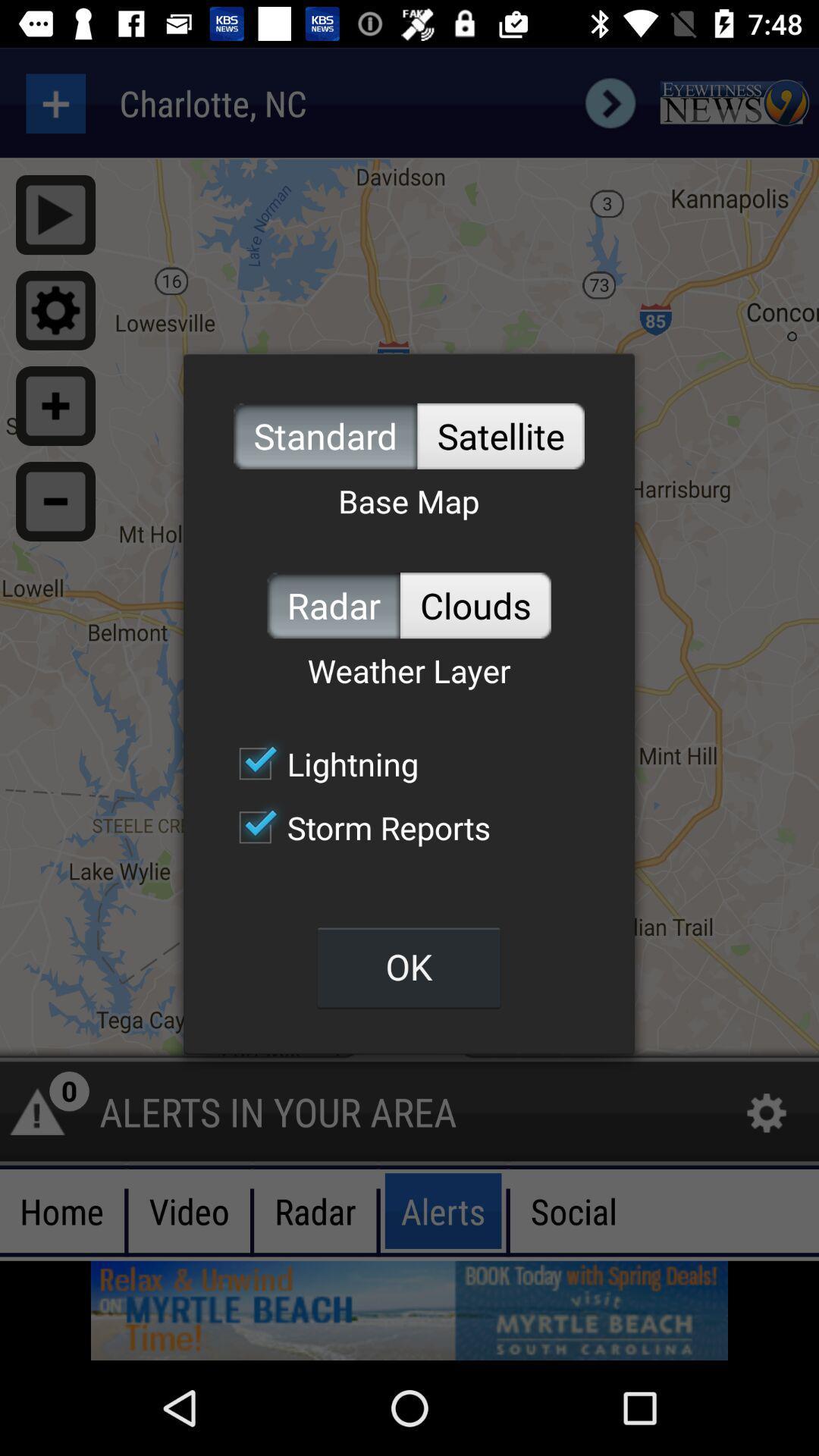 The image size is (819, 1456). I want to click on item below the base map item, so click(333, 604).